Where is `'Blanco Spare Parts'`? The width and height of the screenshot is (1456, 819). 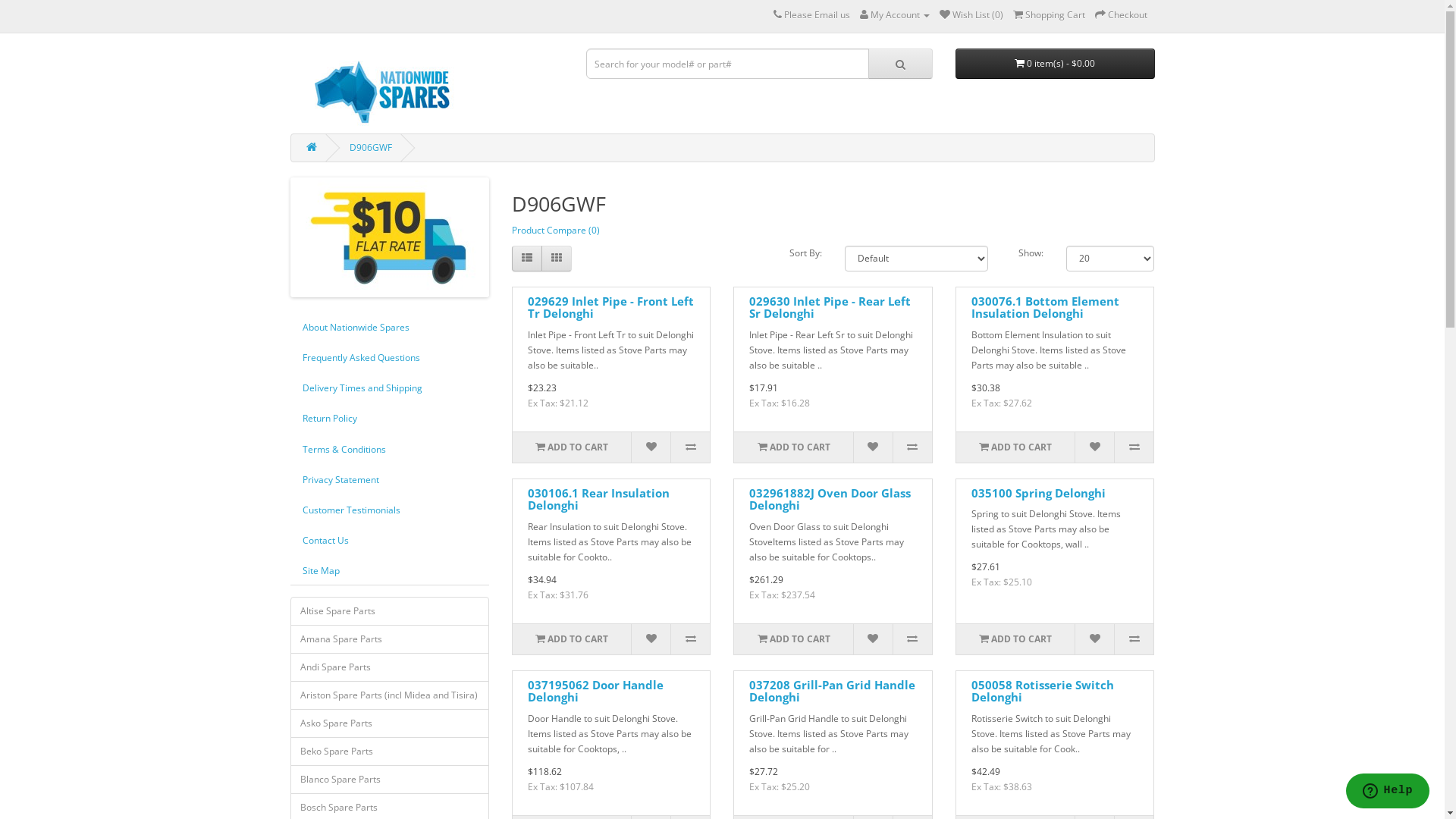 'Blanco Spare Parts' is located at coordinates (389, 780).